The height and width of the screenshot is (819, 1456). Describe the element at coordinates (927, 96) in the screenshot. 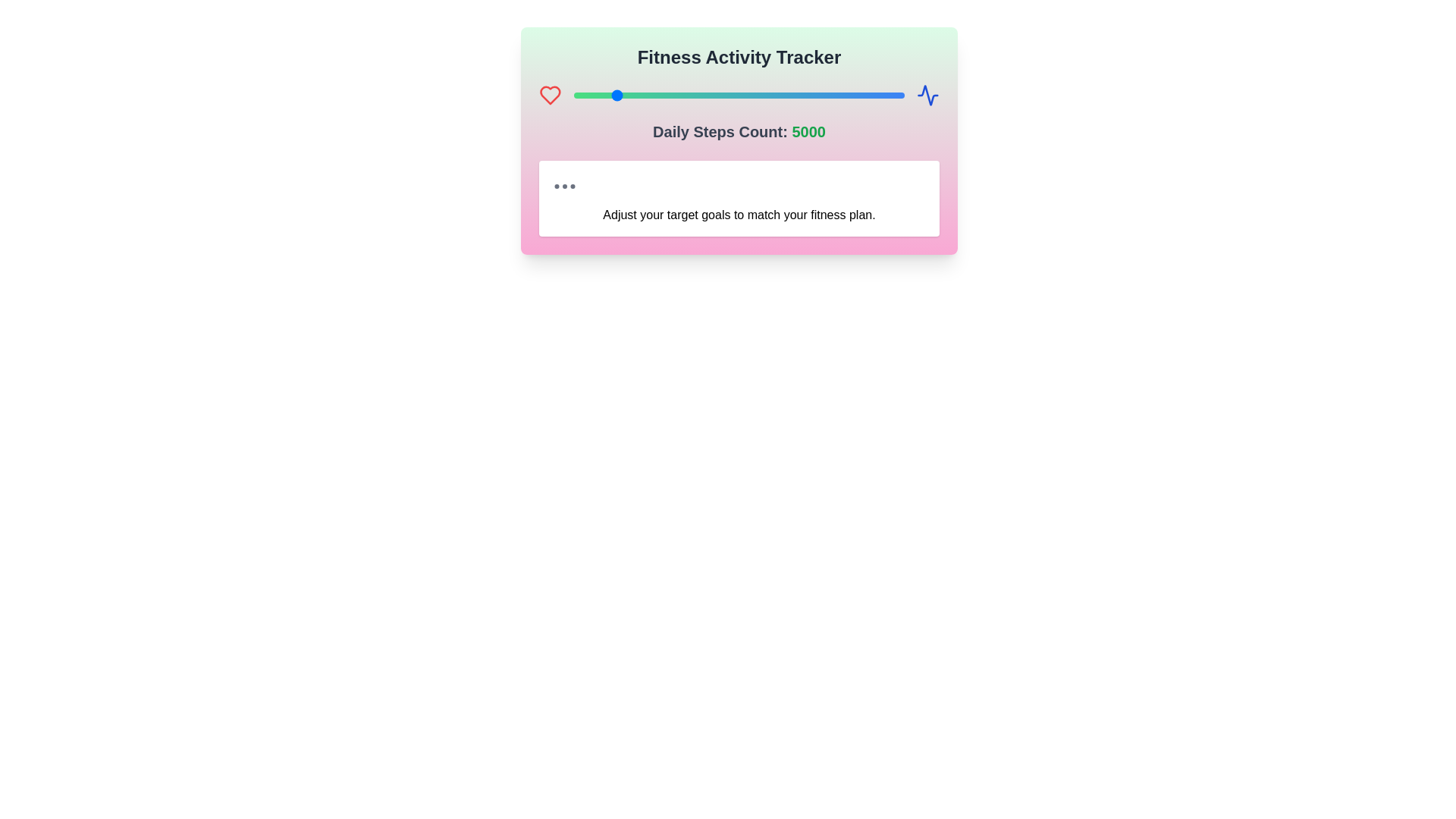

I see `the activity icon located at its center` at that location.